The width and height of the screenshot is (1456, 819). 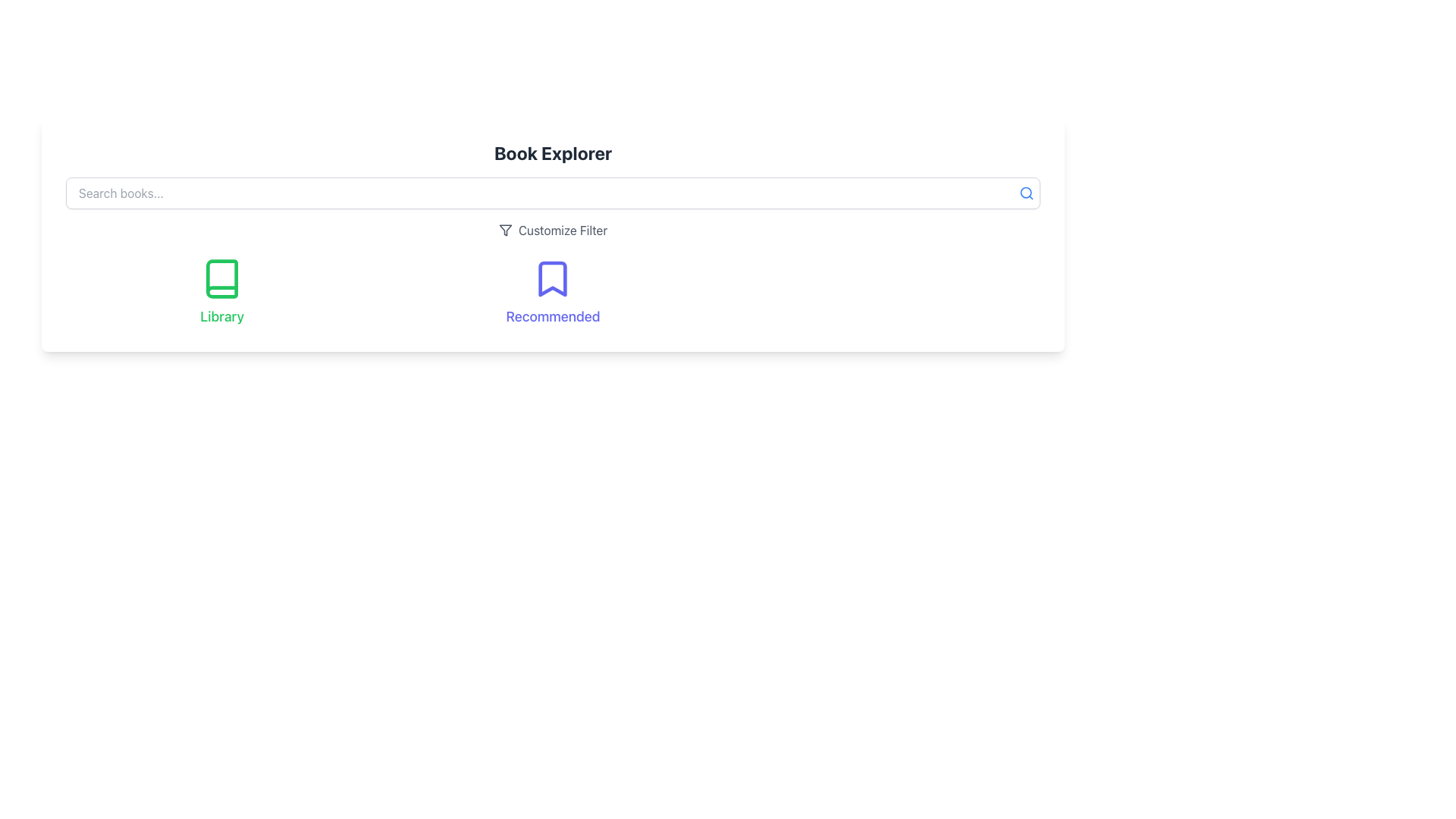 I want to click on the 'Customize Filter' button surrounding the inverted triangle filter icon, so click(x=505, y=231).